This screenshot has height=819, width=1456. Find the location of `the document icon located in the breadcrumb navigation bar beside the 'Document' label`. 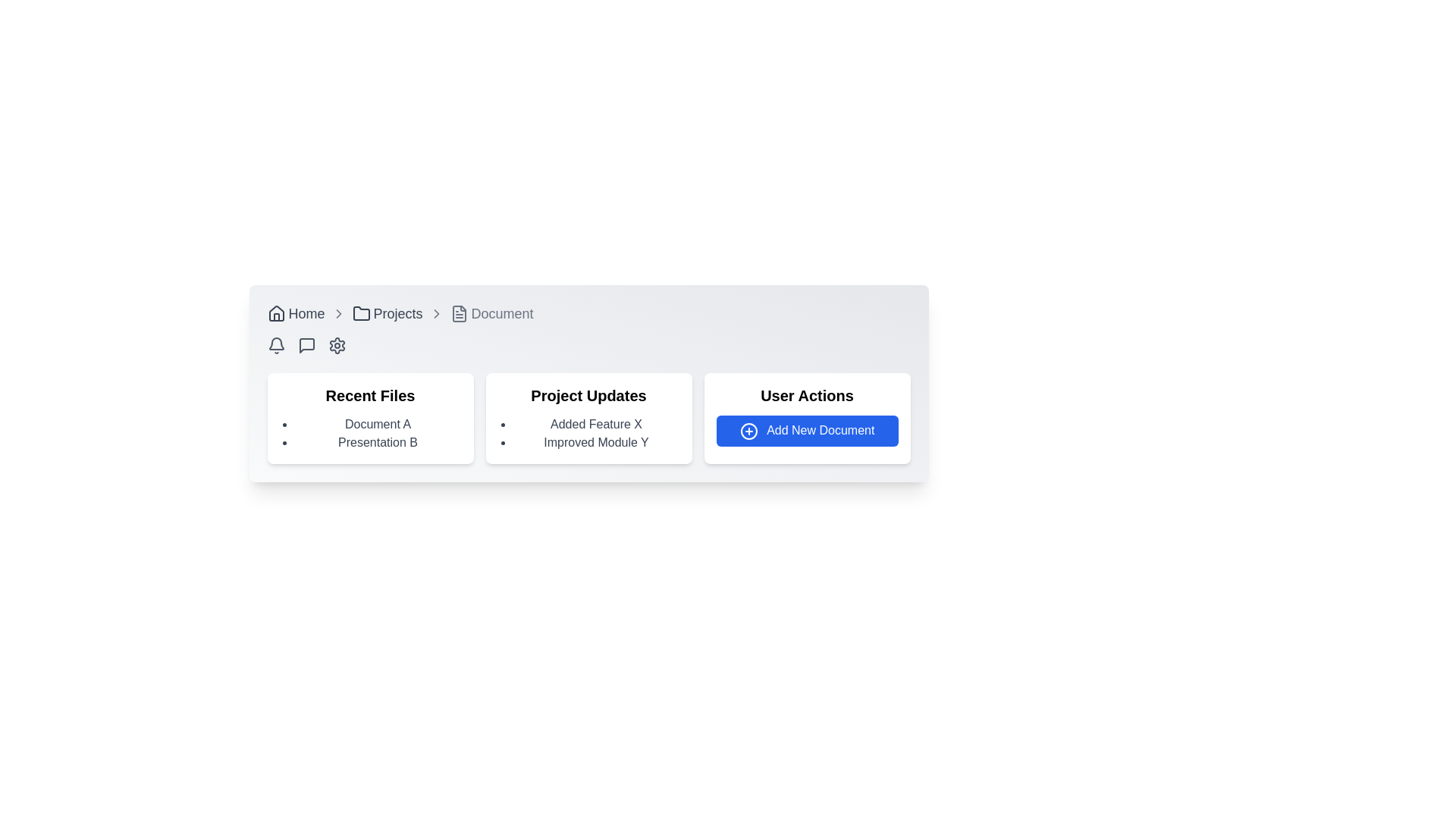

the document icon located in the breadcrumb navigation bar beside the 'Document' label is located at coordinates (458, 312).